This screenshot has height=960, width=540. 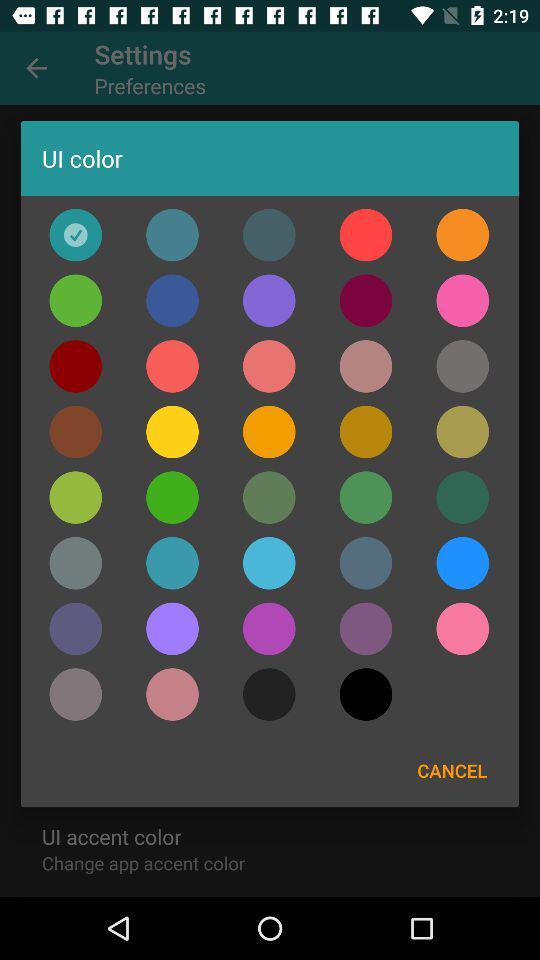 I want to click on the color bar, so click(x=74, y=563).